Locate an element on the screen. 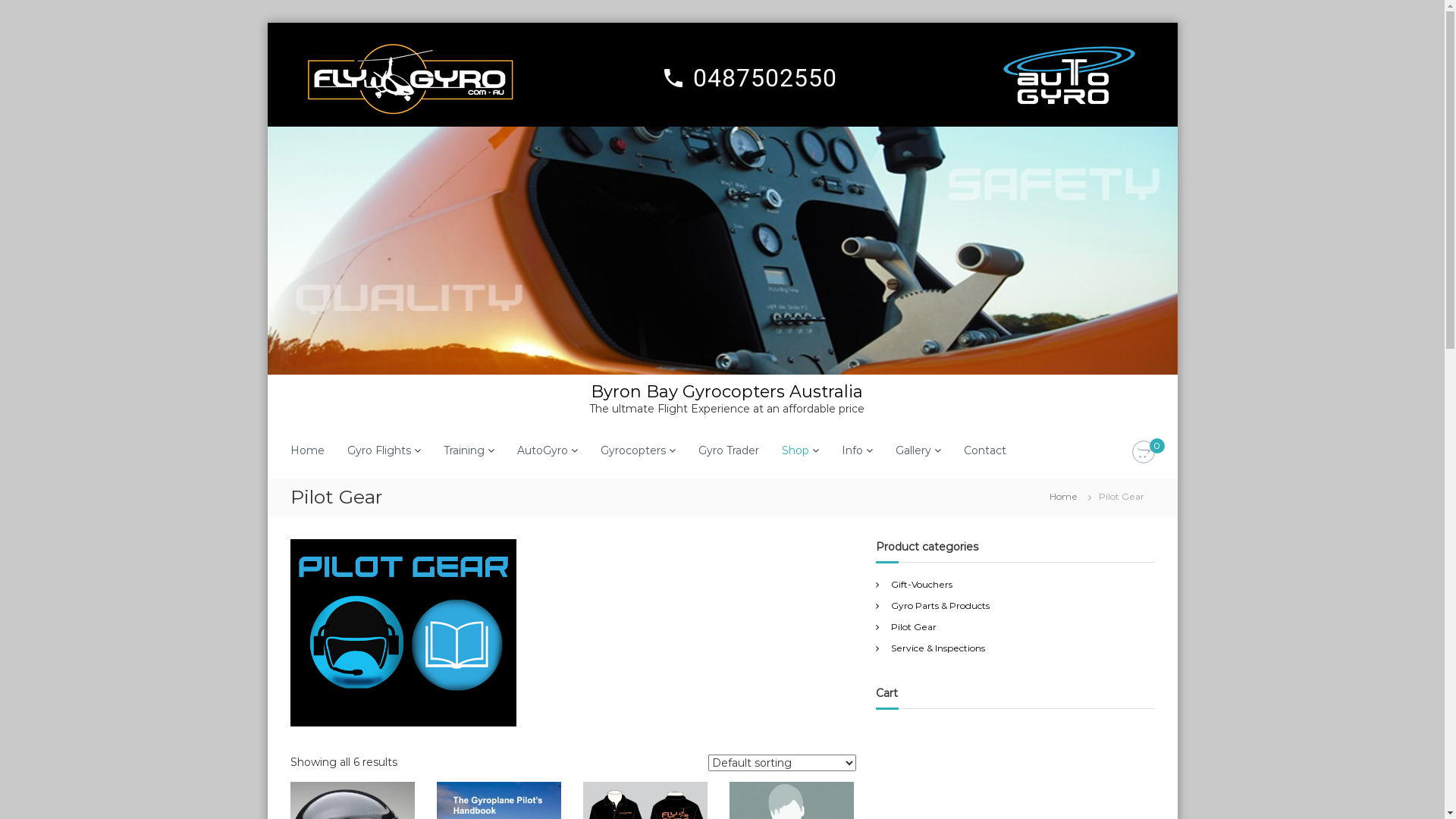 Image resolution: width=1456 pixels, height=819 pixels. 'Gyro Trader' is located at coordinates (728, 450).